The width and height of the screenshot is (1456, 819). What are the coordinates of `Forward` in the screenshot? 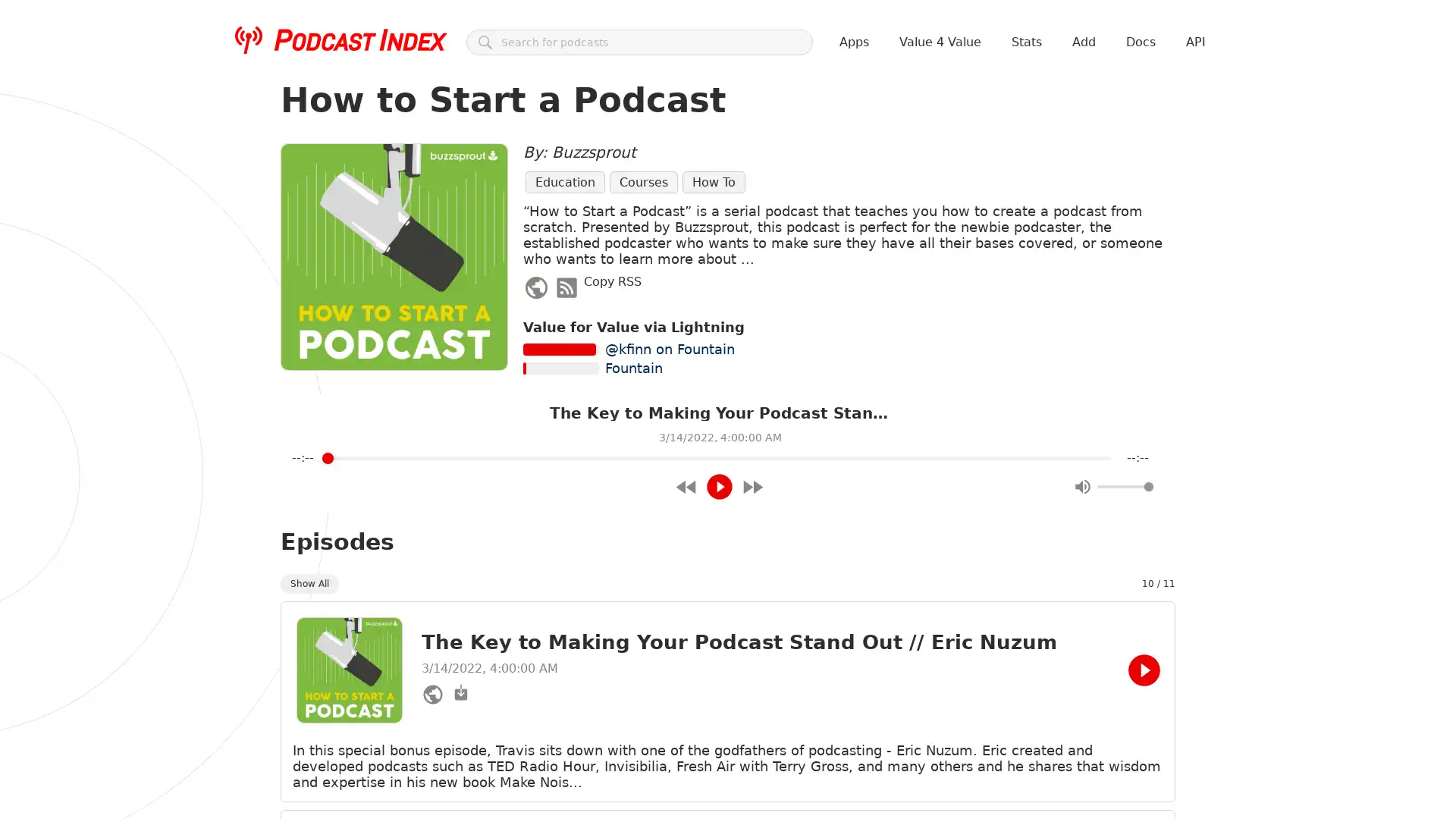 It's located at (752, 486).